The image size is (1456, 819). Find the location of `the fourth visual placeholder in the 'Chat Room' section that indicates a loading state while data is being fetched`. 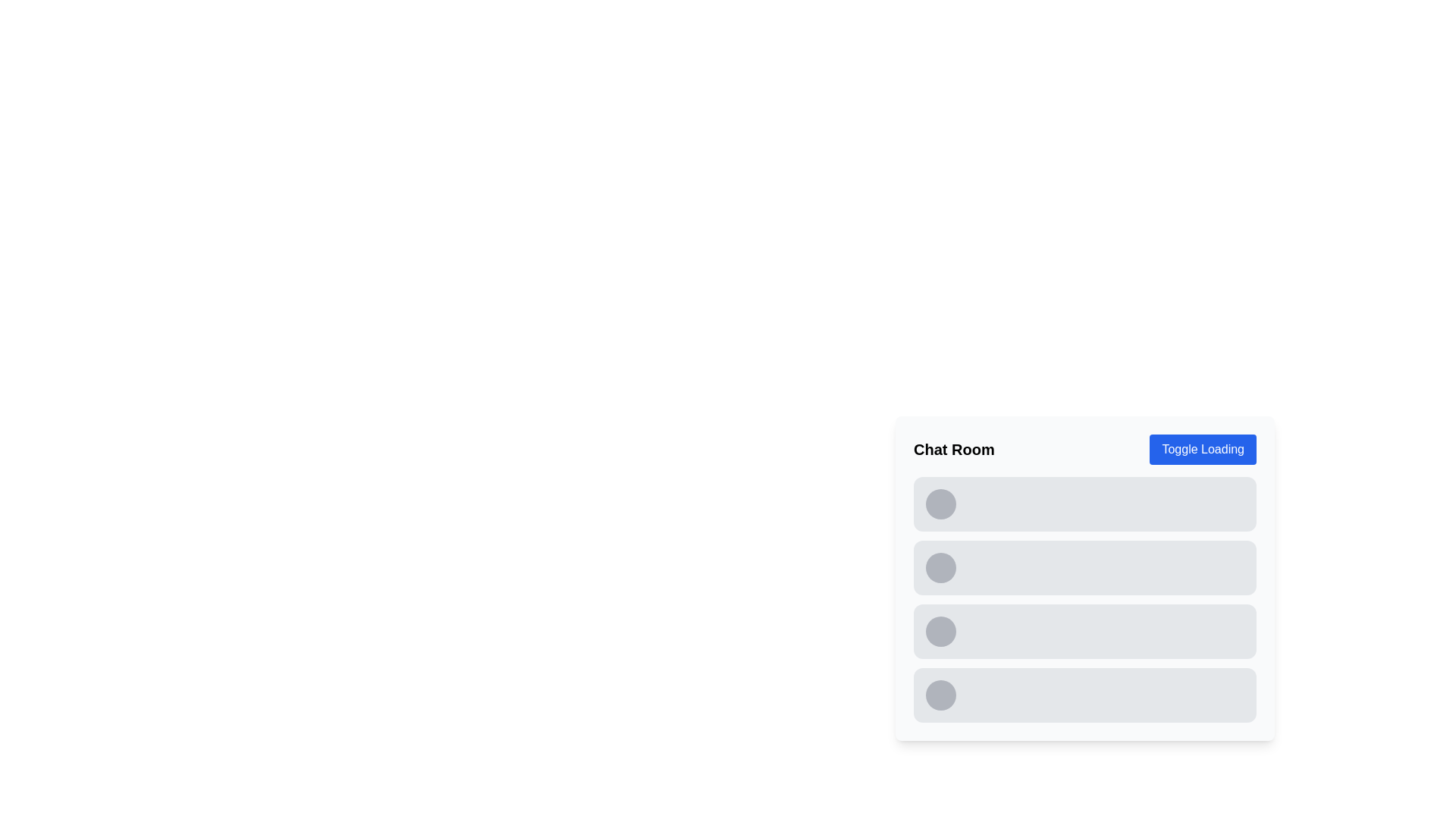

the fourth visual placeholder in the 'Chat Room' section that indicates a loading state while data is being fetched is located at coordinates (1084, 695).